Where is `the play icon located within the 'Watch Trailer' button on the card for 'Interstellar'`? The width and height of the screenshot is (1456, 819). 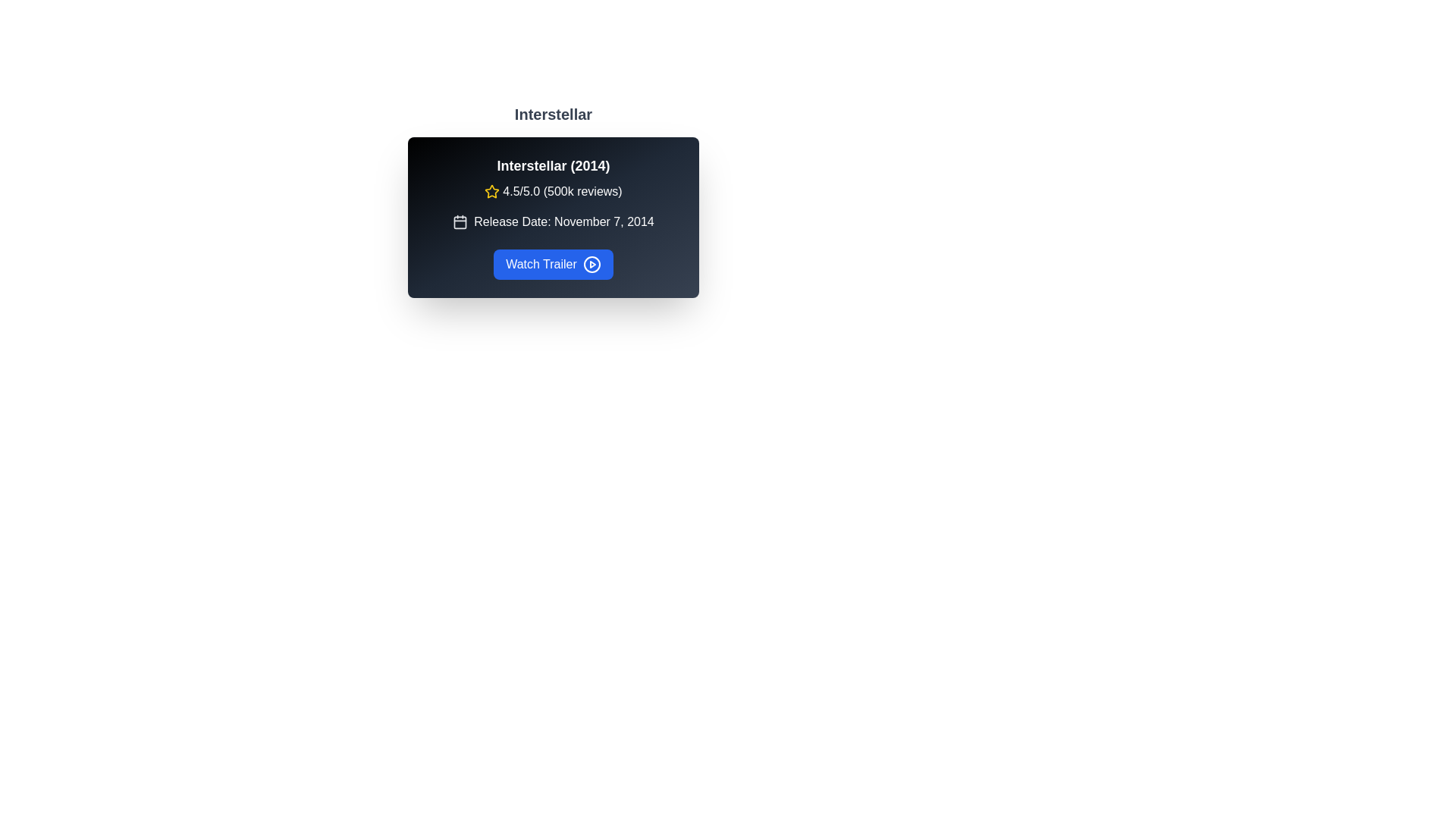
the play icon located within the 'Watch Trailer' button on the card for 'Interstellar' is located at coordinates (591, 263).